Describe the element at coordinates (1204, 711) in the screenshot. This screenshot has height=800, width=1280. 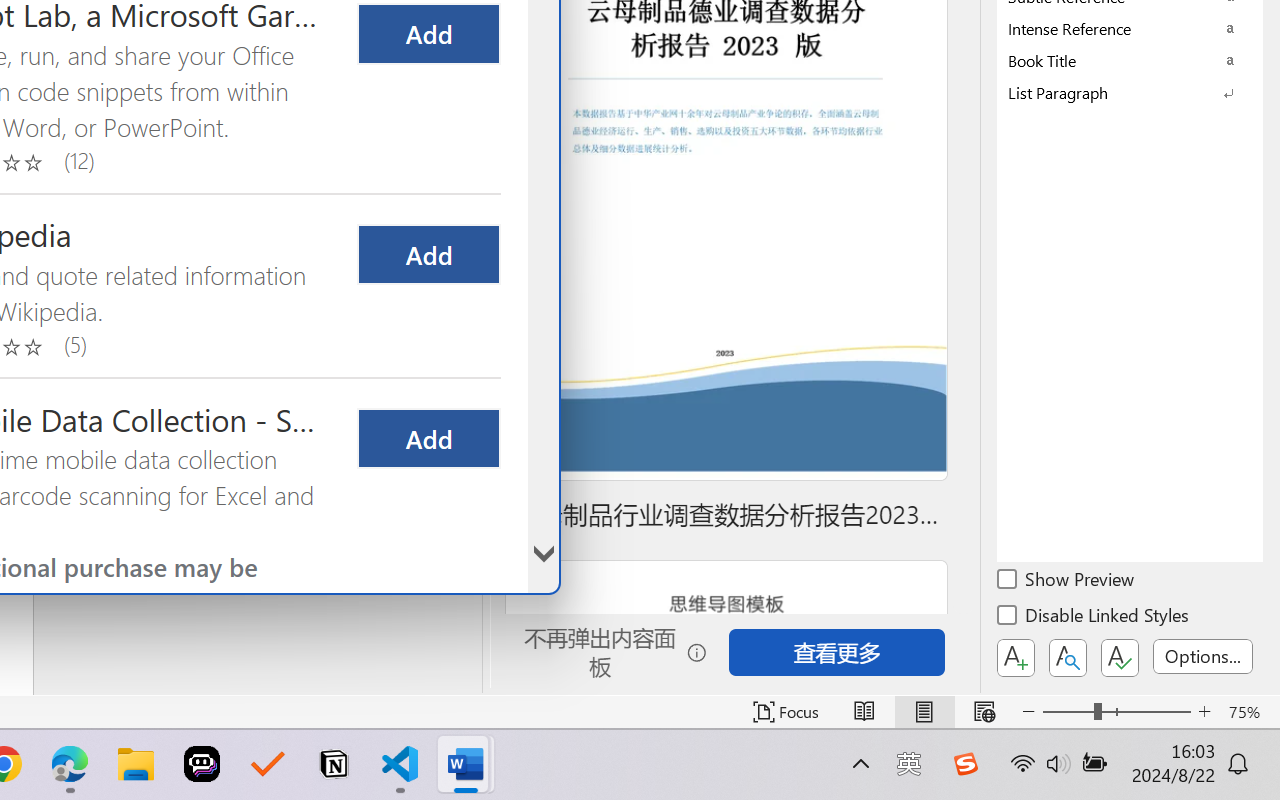
I see `'Zoom In'` at that location.